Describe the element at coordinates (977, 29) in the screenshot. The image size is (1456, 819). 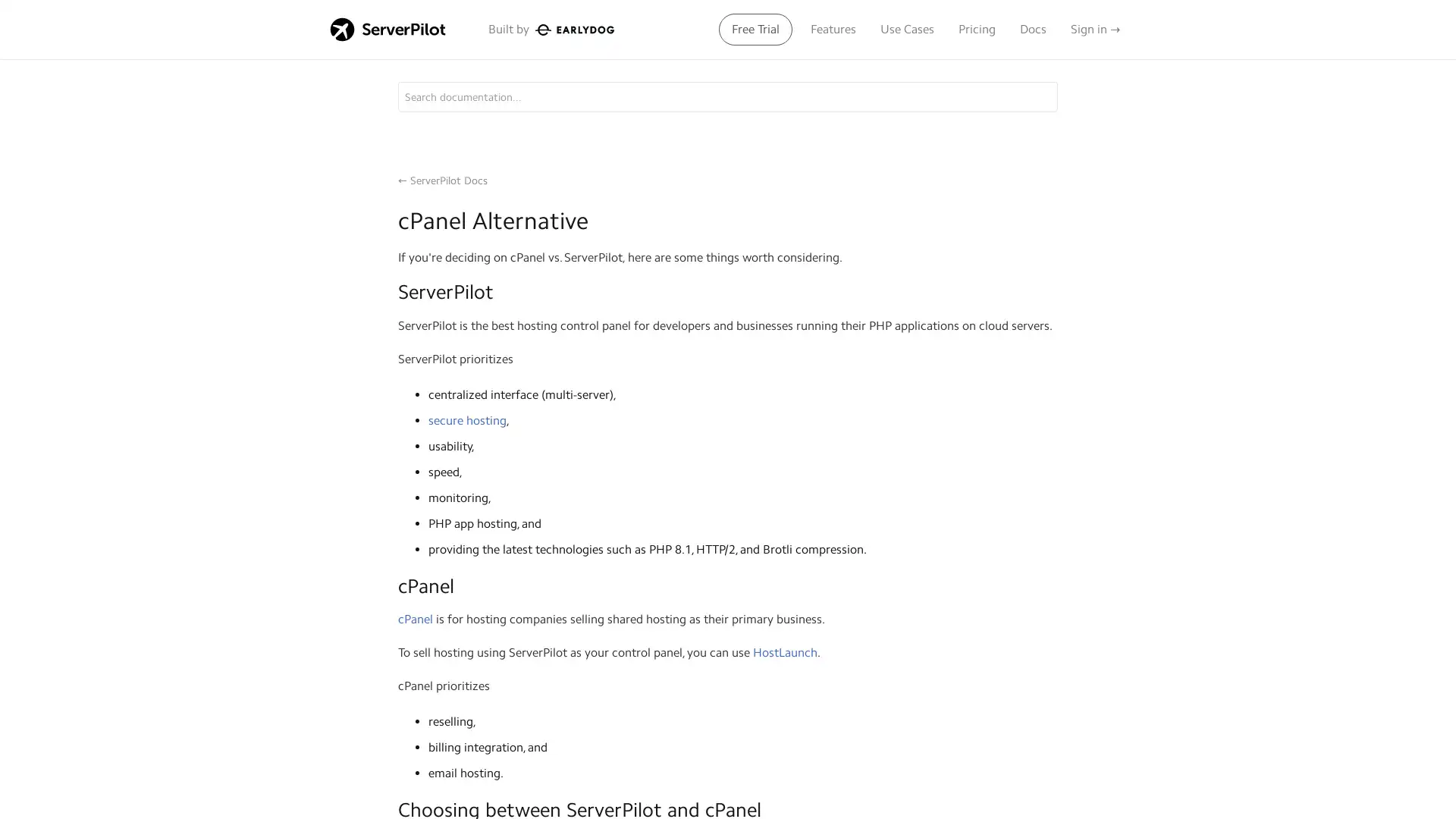
I see `Pricing` at that location.